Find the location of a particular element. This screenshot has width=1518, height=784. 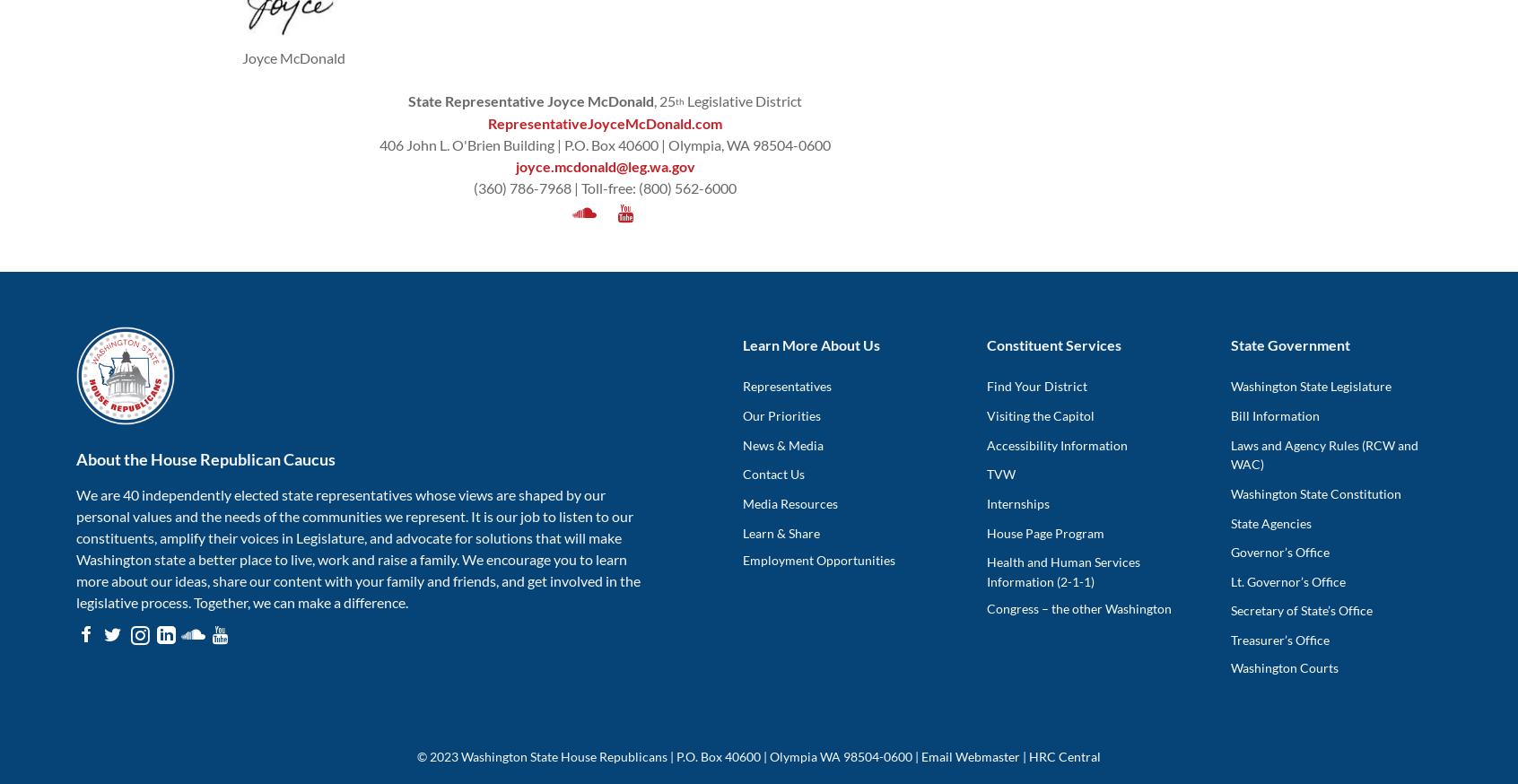

'Governor’s Office' is located at coordinates (1230, 551).